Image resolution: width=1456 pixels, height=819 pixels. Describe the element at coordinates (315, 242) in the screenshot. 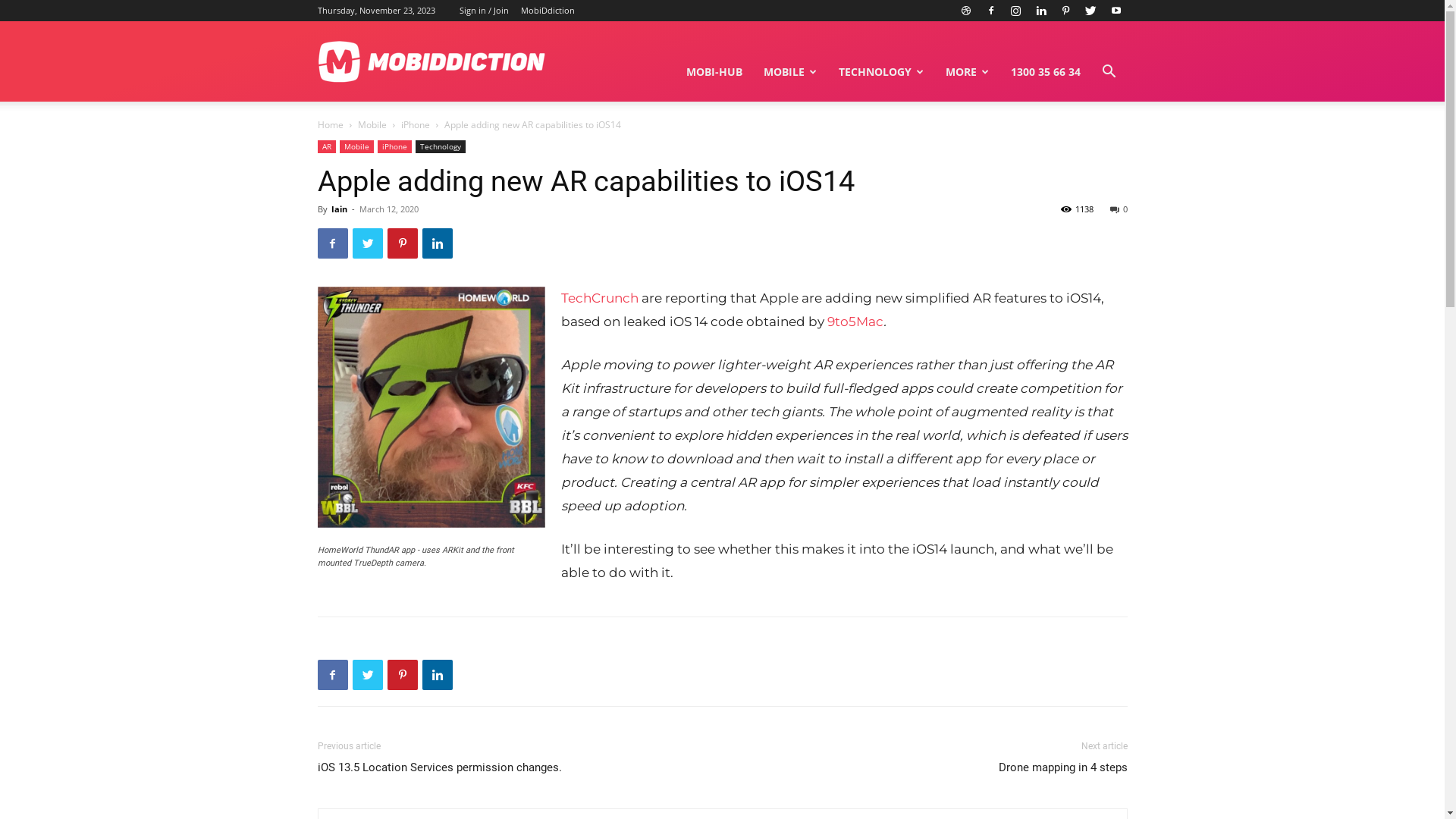

I see `'Facebook'` at that location.